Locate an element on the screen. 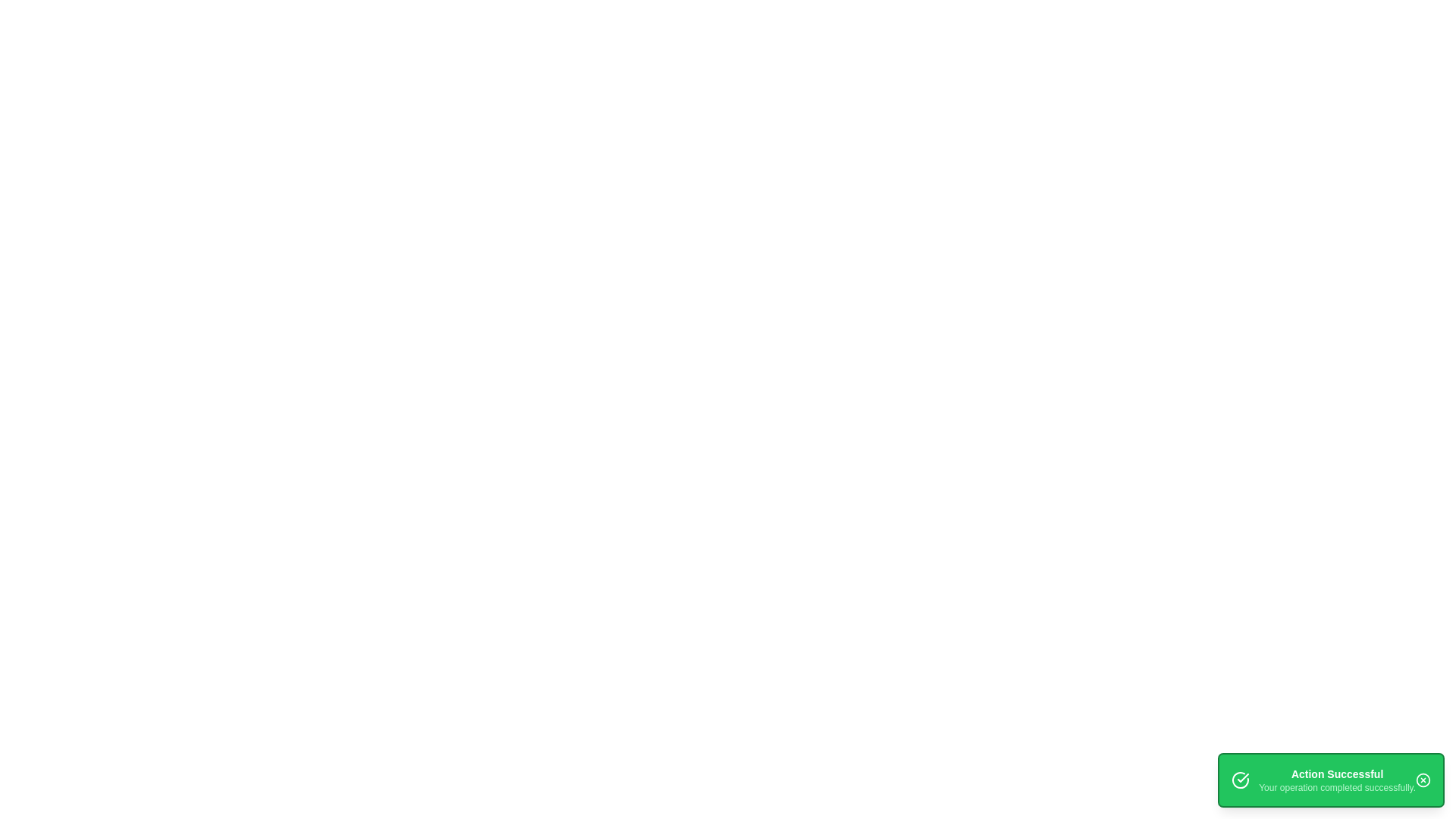 The height and width of the screenshot is (819, 1456). close button on the notification to dismiss it is located at coordinates (1422, 780).